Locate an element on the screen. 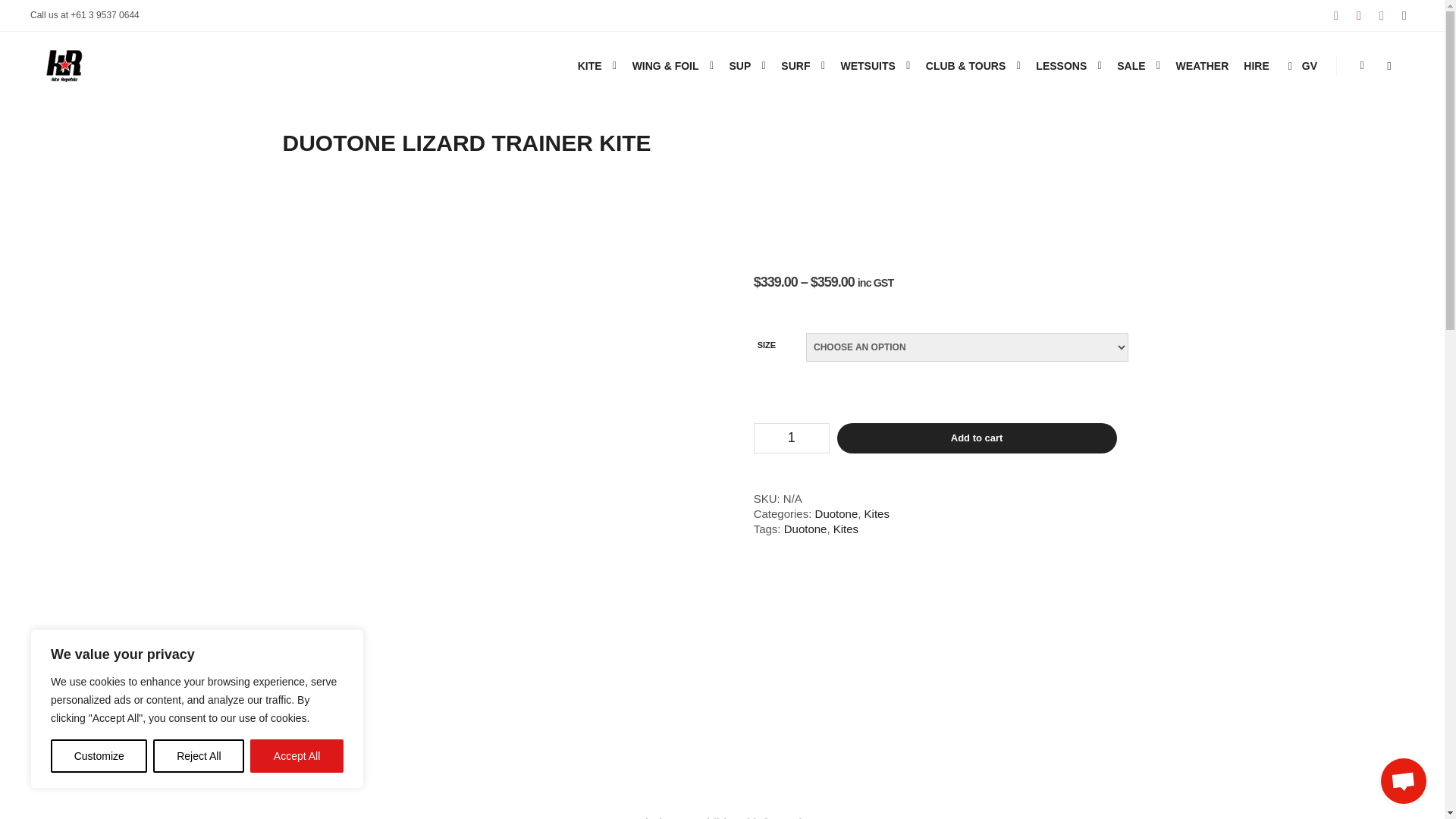  'WING & FOIL' is located at coordinates (663, 65).